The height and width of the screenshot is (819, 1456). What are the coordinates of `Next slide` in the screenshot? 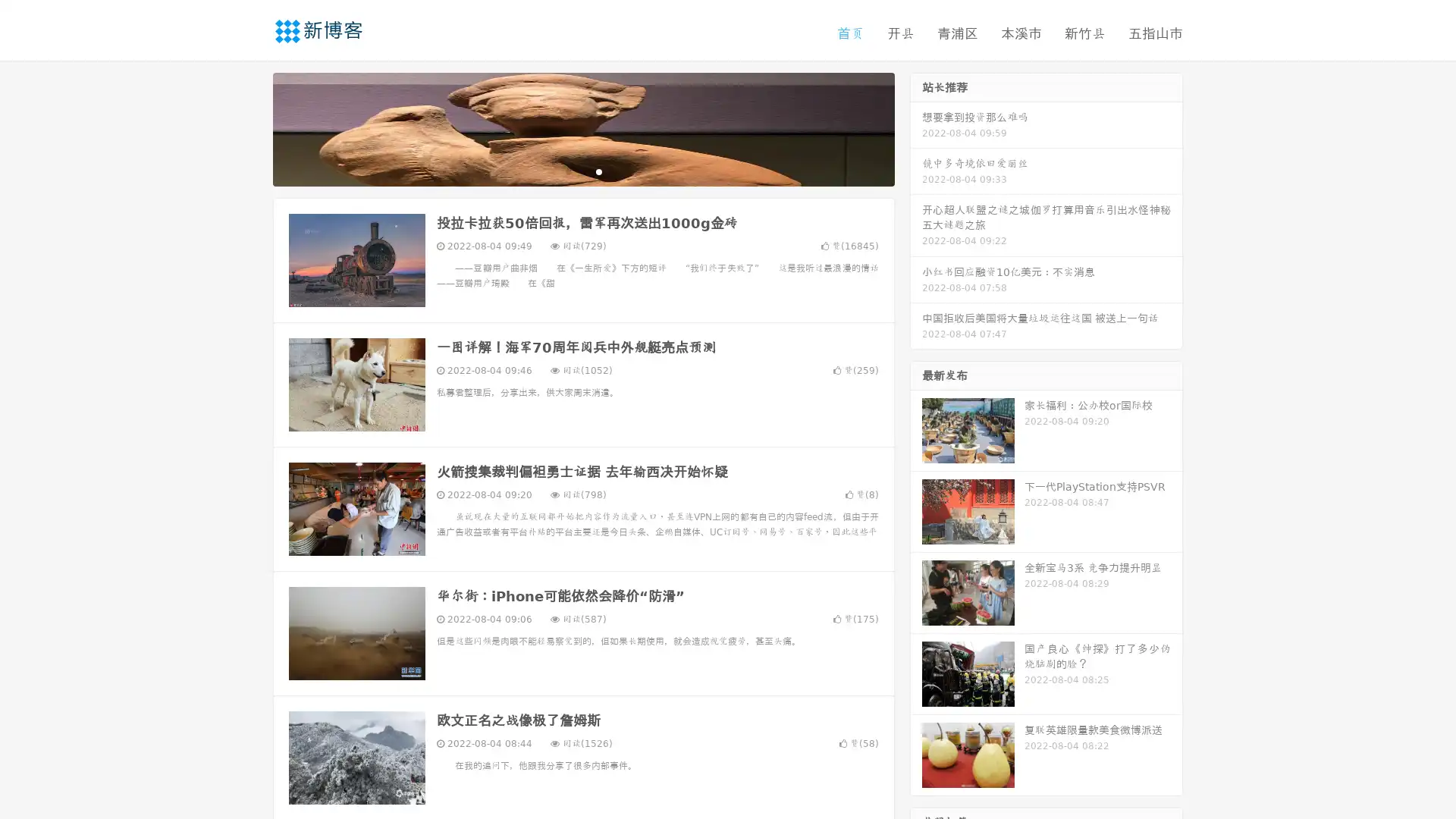 It's located at (916, 127).